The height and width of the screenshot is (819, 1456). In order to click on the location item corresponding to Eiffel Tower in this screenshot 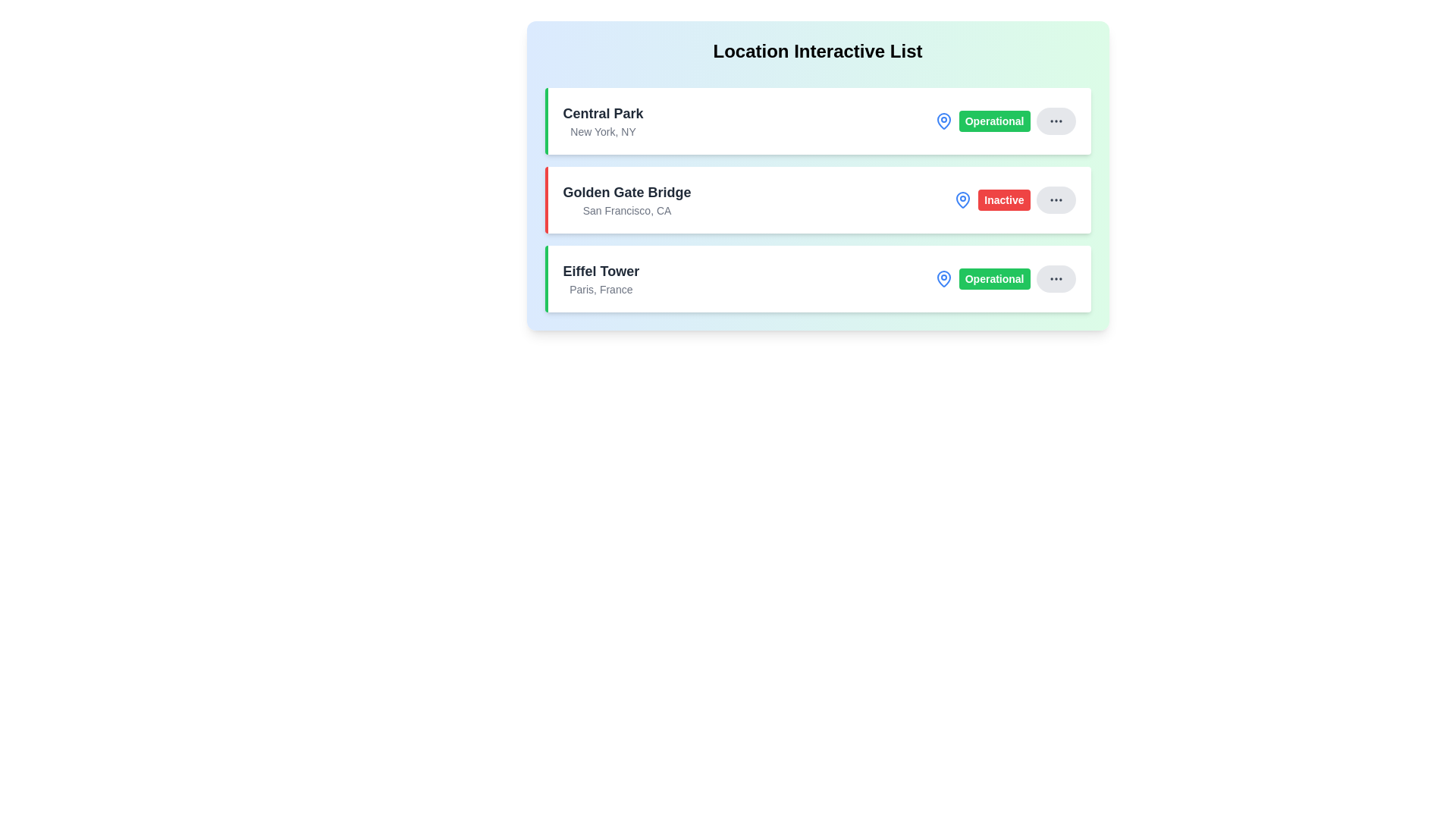, I will do `click(817, 278)`.